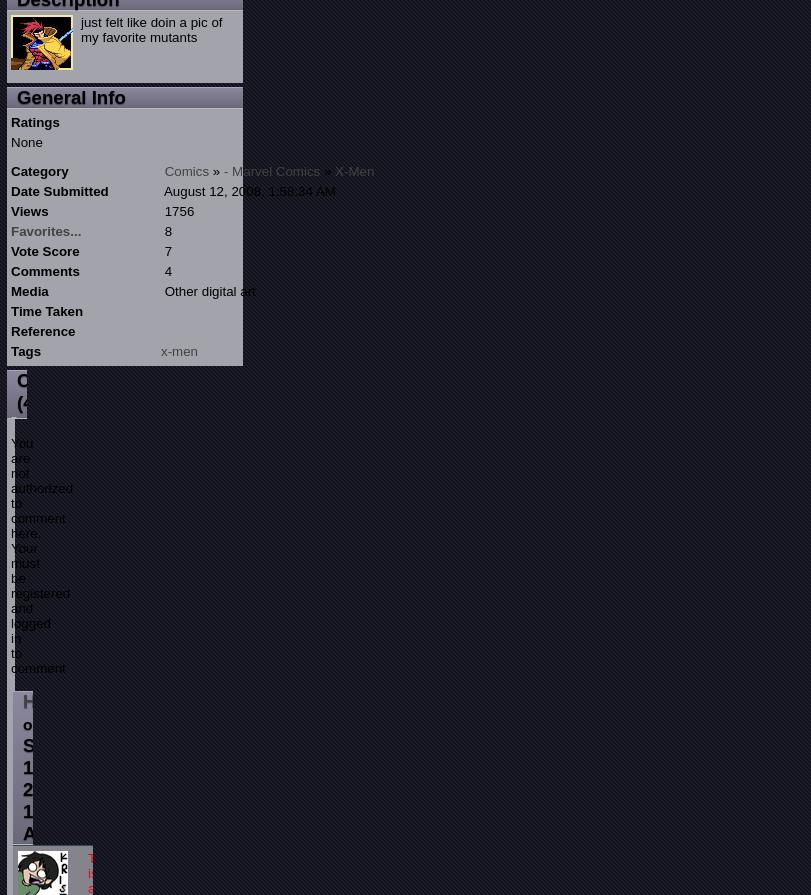 The width and height of the screenshot is (811, 895). Describe the element at coordinates (70, 97) in the screenshot. I see `'General Info'` at that location.